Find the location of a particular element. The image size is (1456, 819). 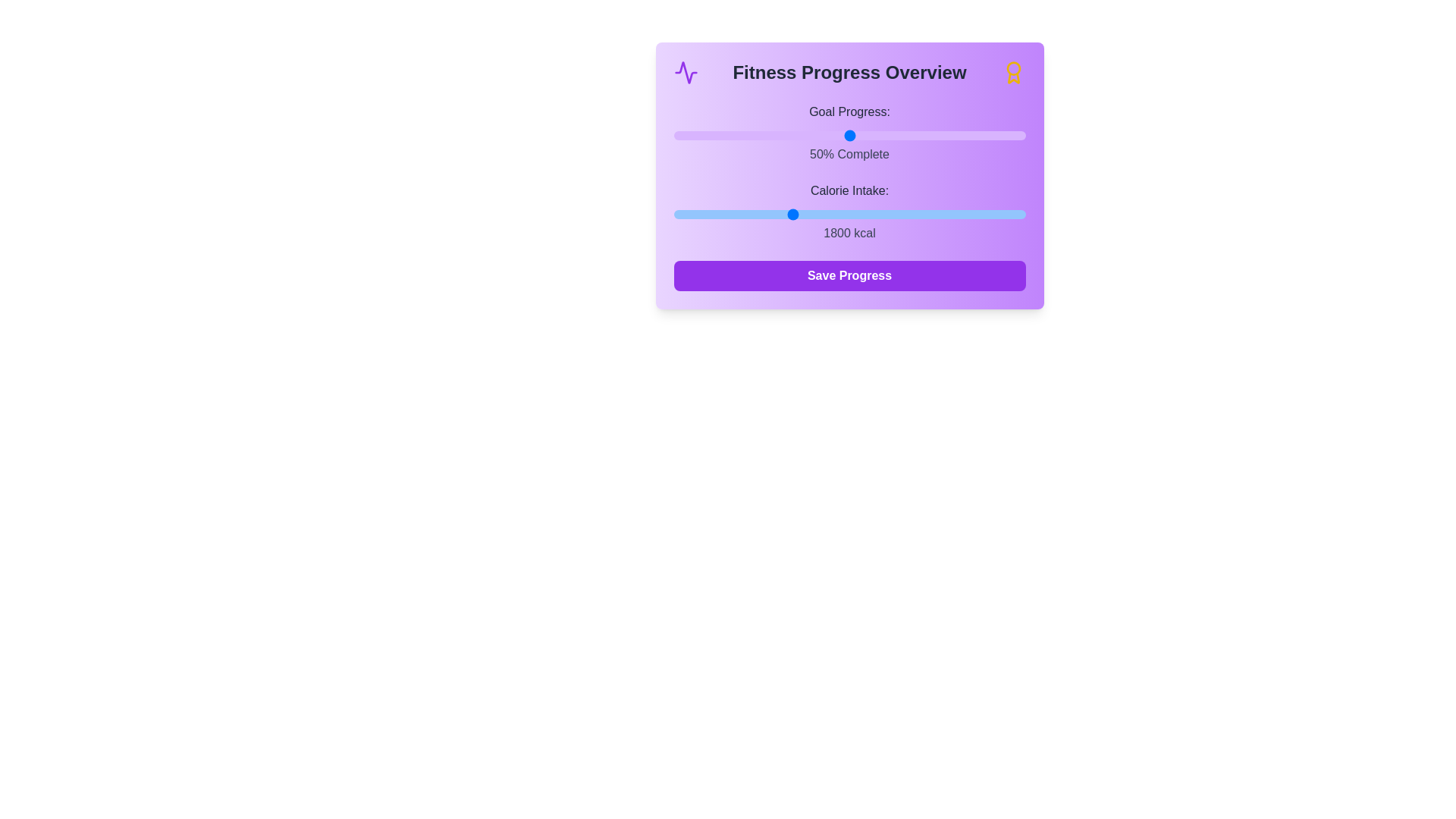

the 'Save Progress' button with a purple background is located at coordinates (849, 275).